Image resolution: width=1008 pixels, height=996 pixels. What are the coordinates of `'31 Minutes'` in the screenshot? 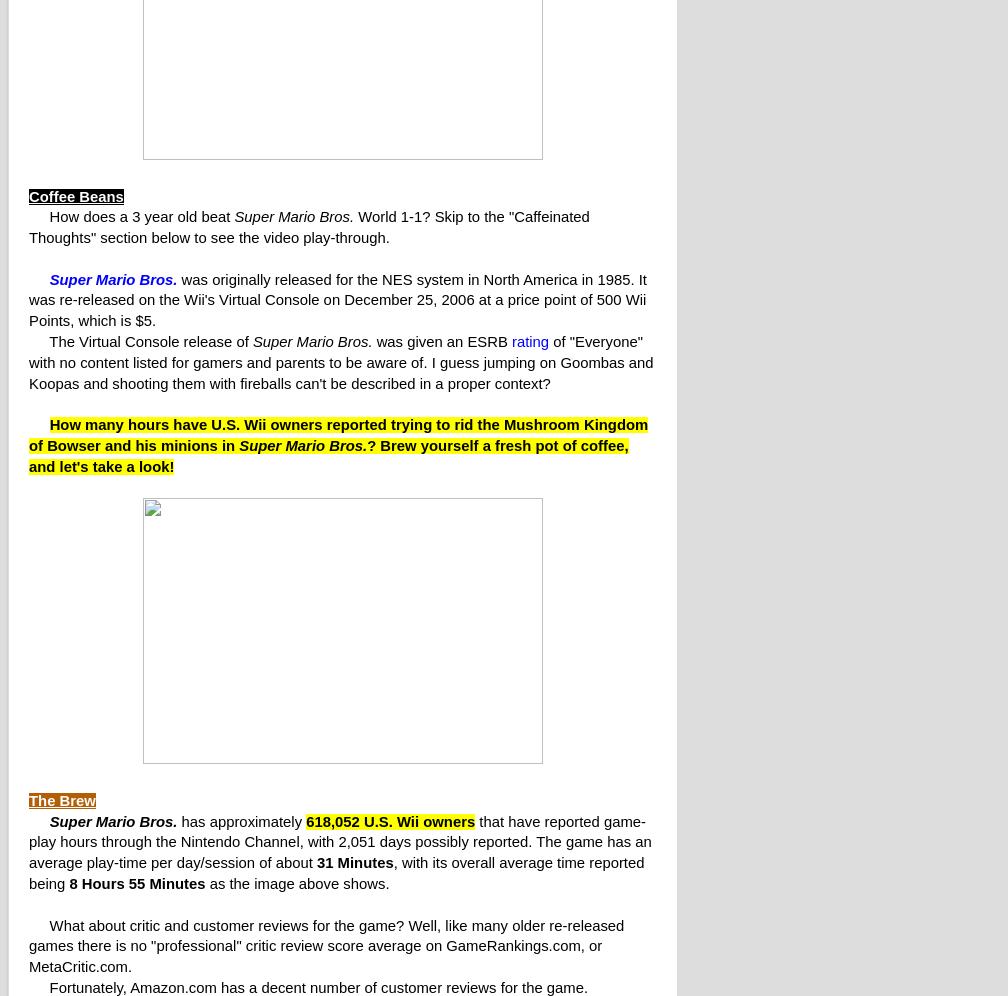 It's located at (316, 863).